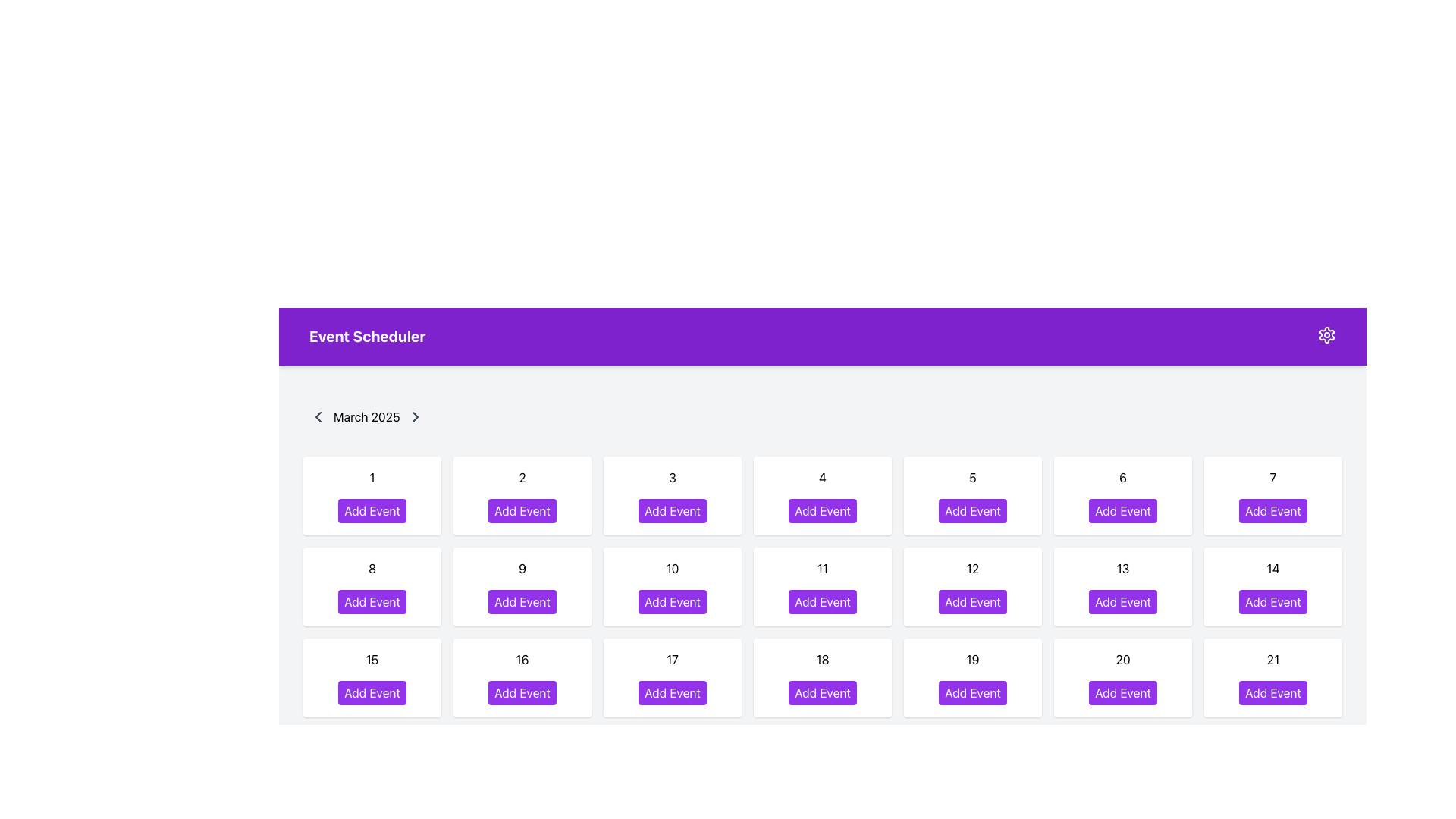 Image resolution: width=1456 pixels, height=819 pixels. What do you see at coordinates (372, 693) in the screenshot?
I see `the 'Add Event' button, which is a rectangular button with a purple background and white text, located in the calendar interface for the date '15'` at bounding box center [372, 693].